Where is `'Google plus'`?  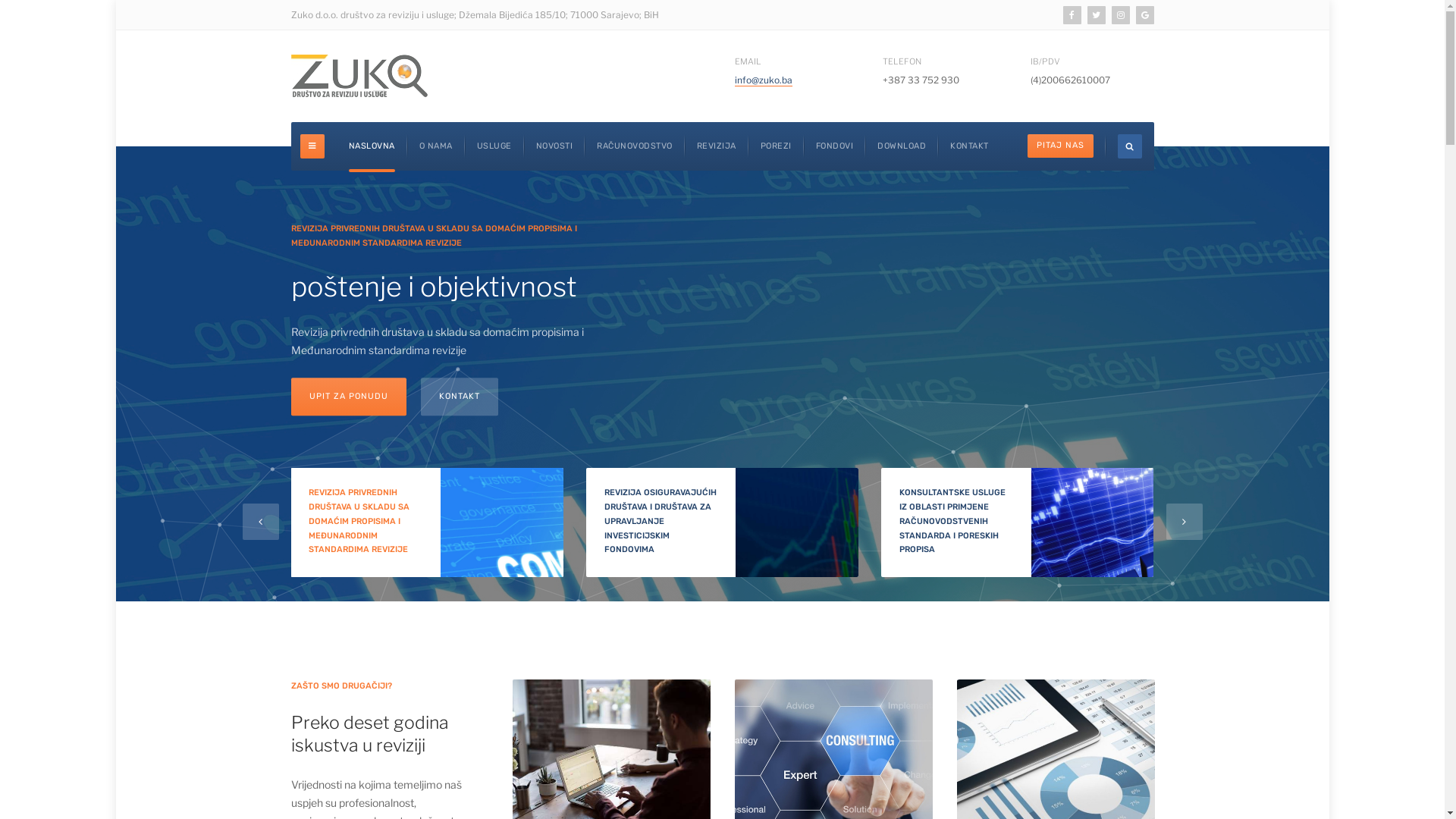 'Google plus' is located at coordinates (1145, 14).